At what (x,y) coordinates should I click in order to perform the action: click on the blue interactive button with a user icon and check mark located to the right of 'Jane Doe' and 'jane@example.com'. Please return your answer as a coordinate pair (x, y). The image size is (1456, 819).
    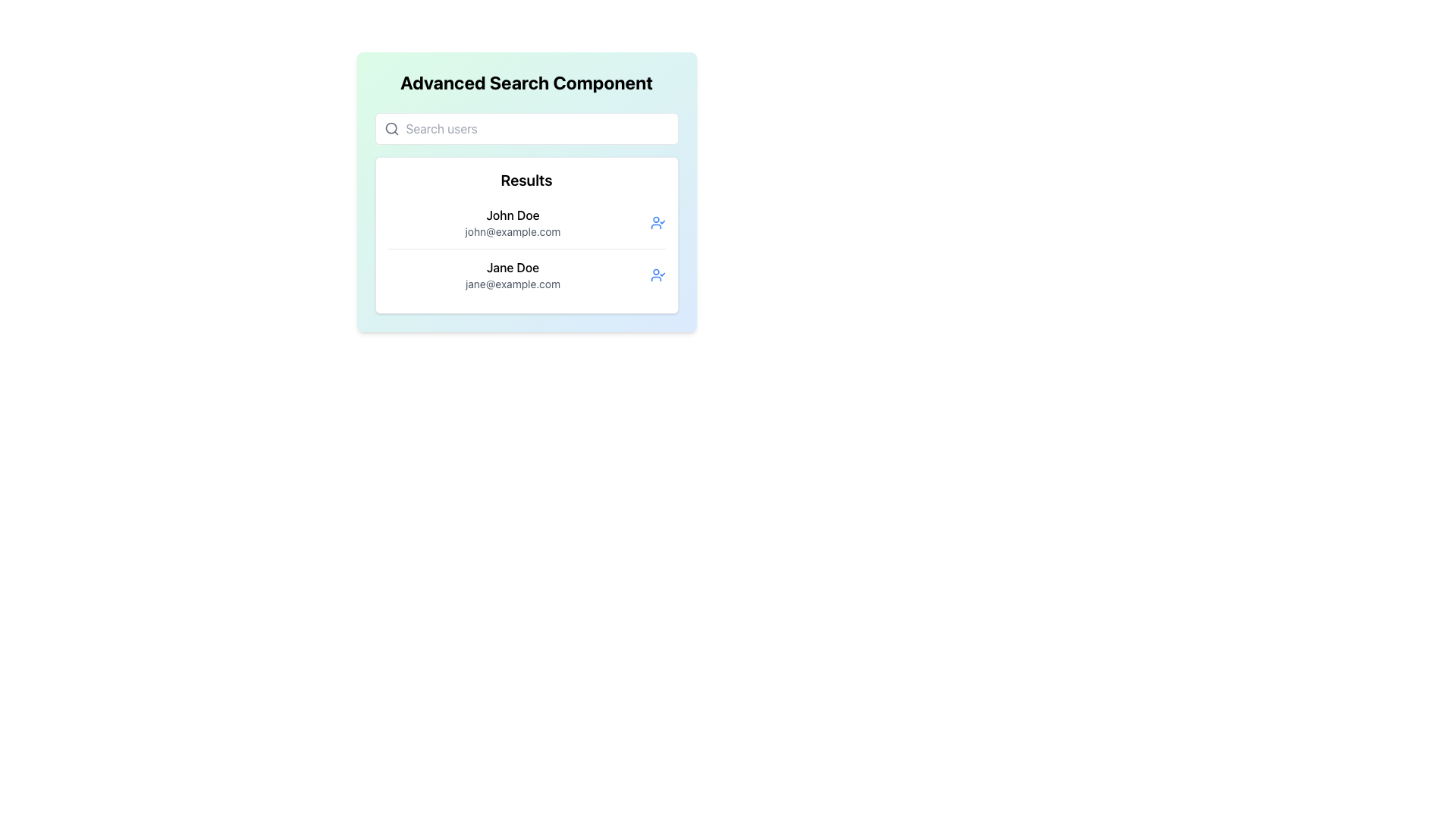
    Looking at the image, I should click on (657, 275).